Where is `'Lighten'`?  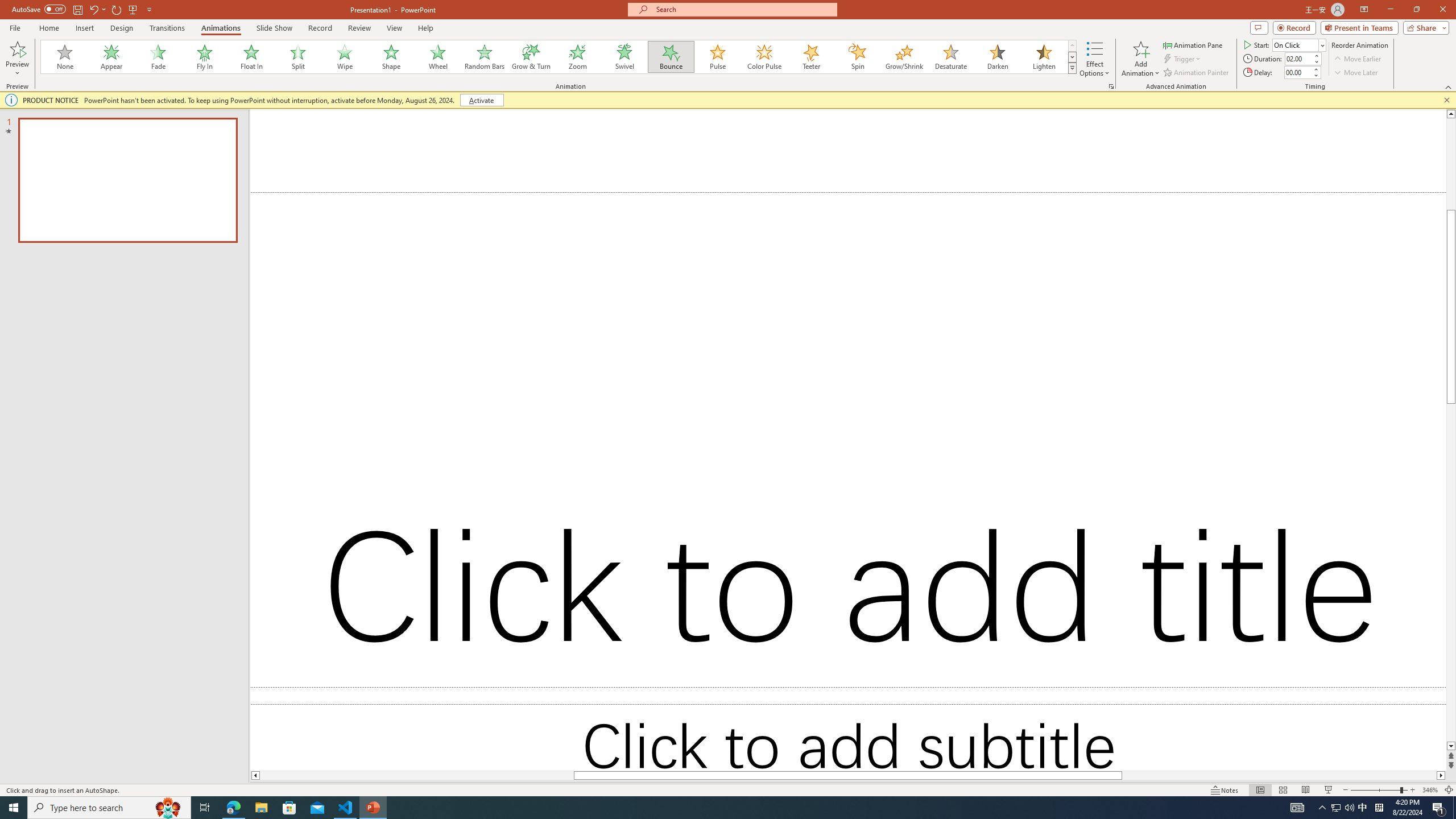
'Lighten' is located at coordinates (1043, 56).